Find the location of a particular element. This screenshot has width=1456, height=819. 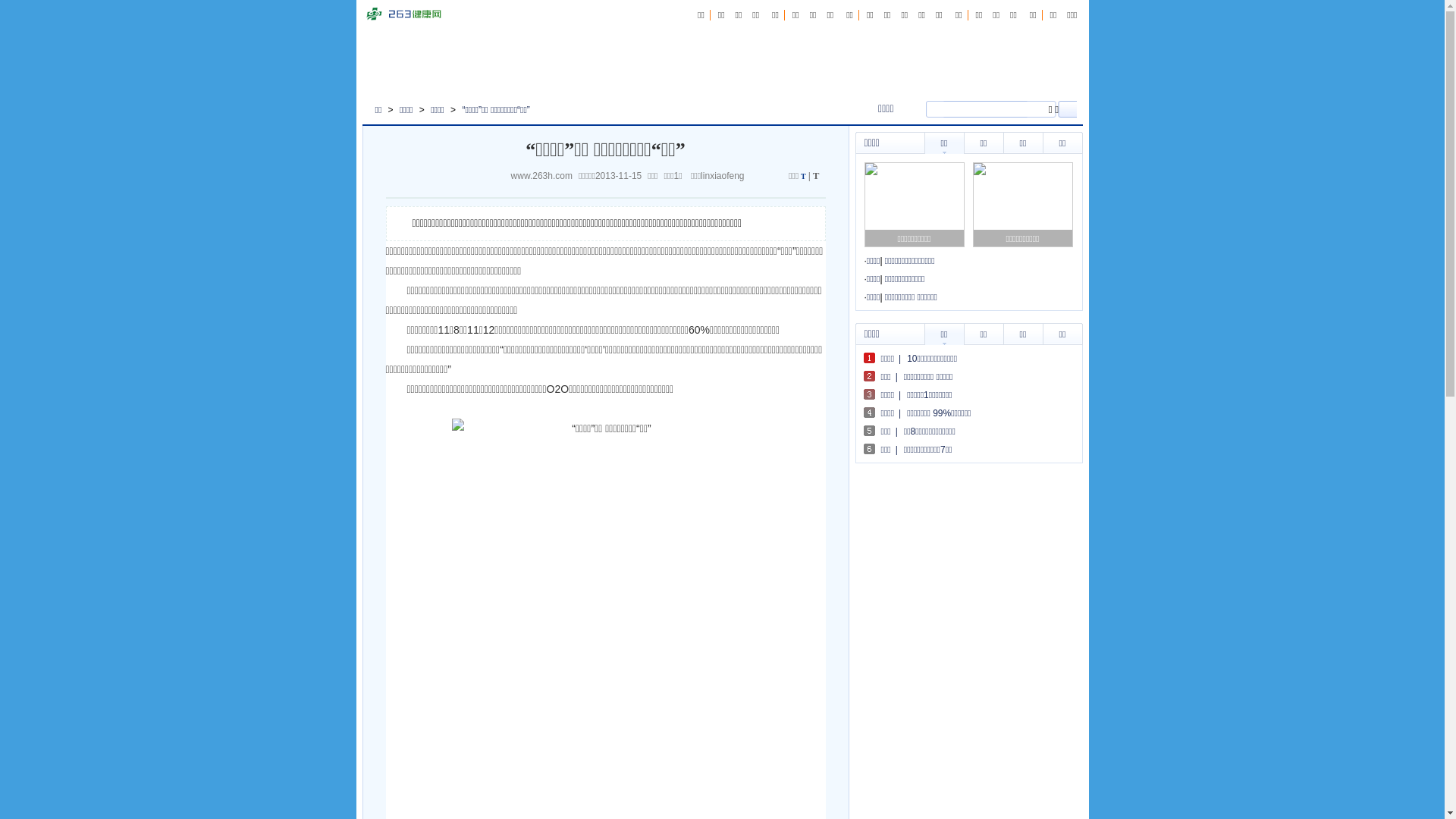

'T' is located at coordinates (815, 174).